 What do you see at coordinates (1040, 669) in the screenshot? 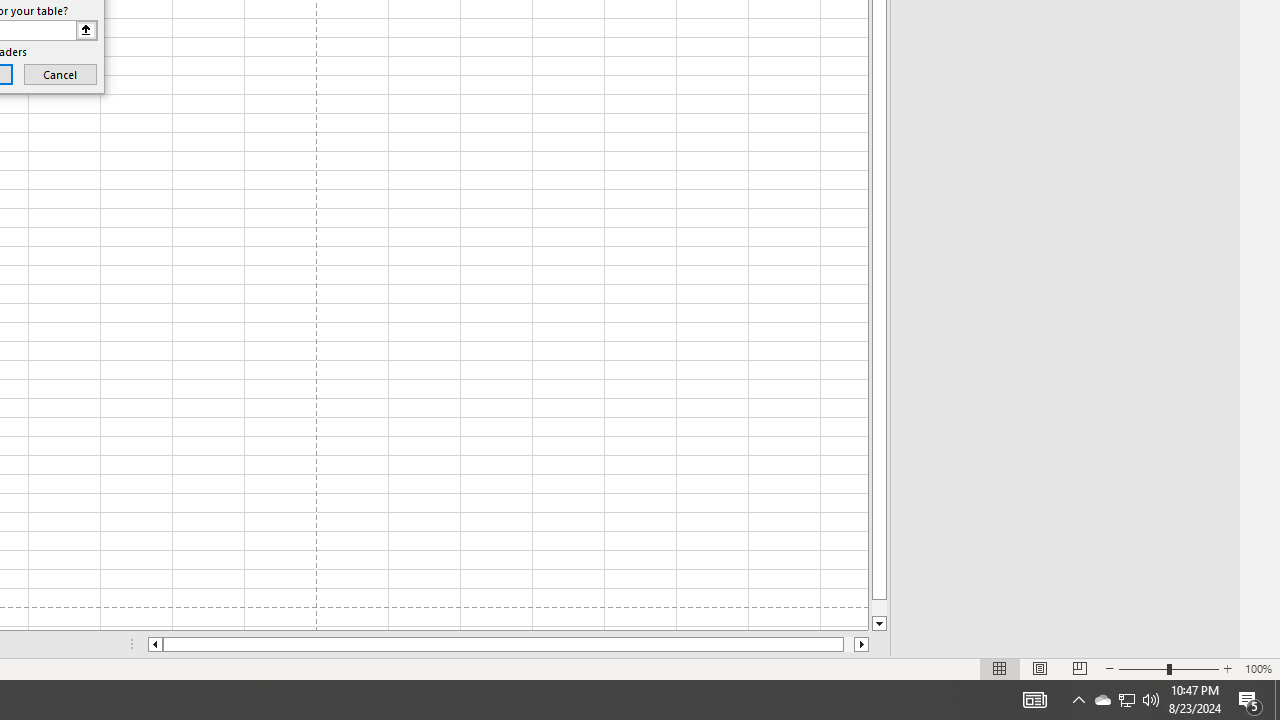
I see `'Page Layout'` at bounding box center [1040, 669].